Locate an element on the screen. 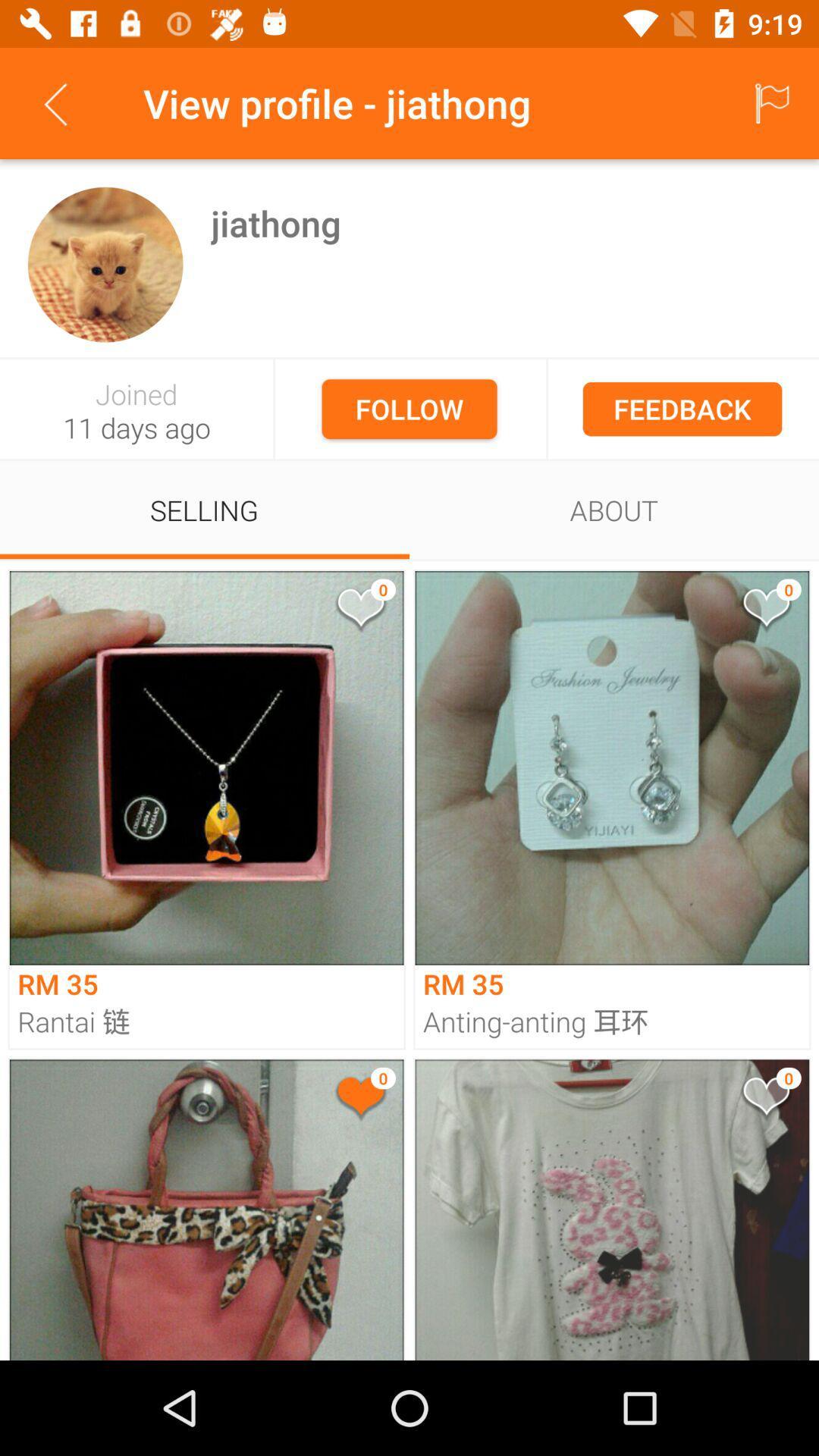  favorite is located at coordinates (359, 1099).